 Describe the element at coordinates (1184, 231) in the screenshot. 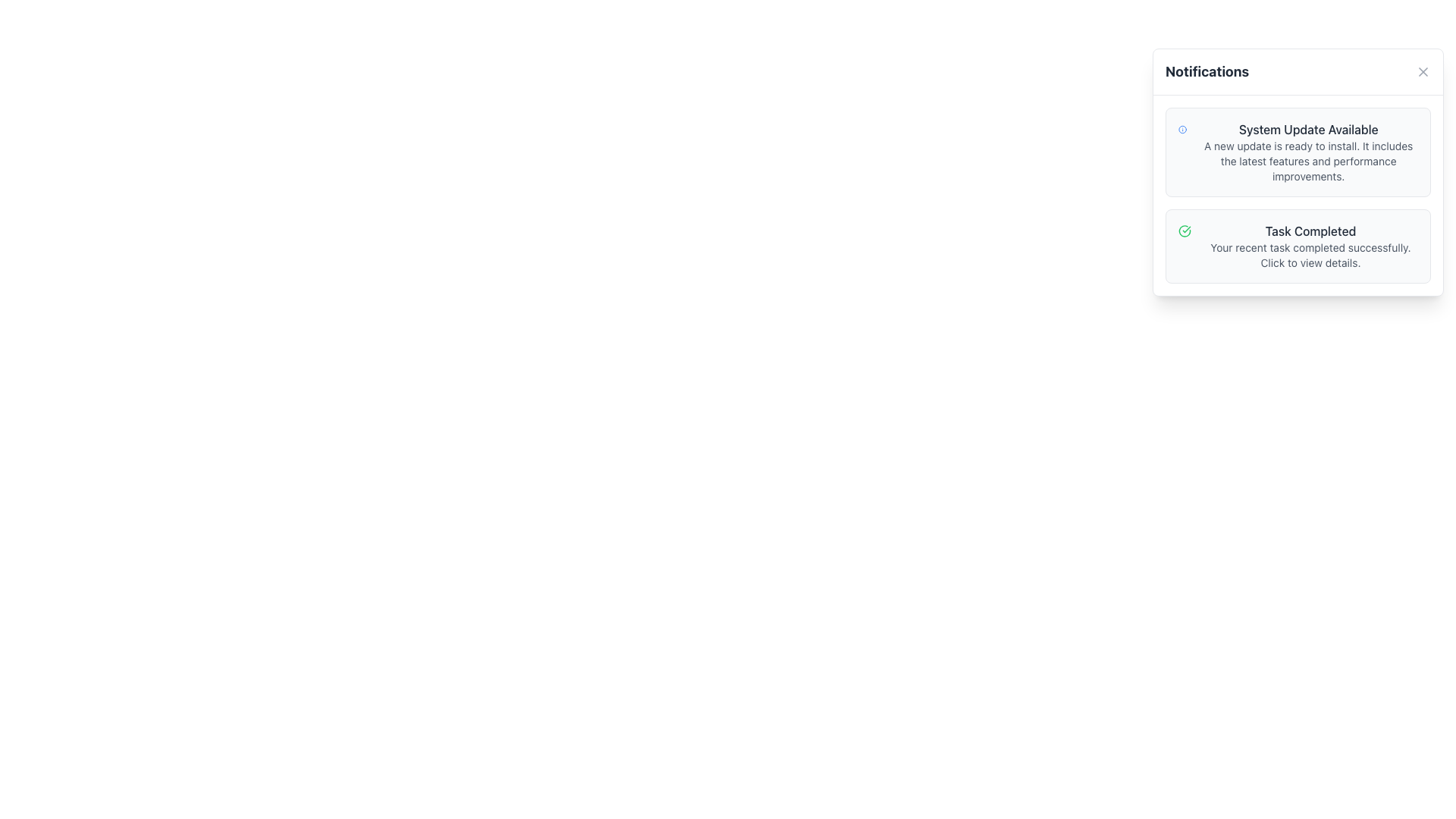

I see `the status represented by the checkmark icon located to the left of the 'Task Completed' title within the notification card` at that location.